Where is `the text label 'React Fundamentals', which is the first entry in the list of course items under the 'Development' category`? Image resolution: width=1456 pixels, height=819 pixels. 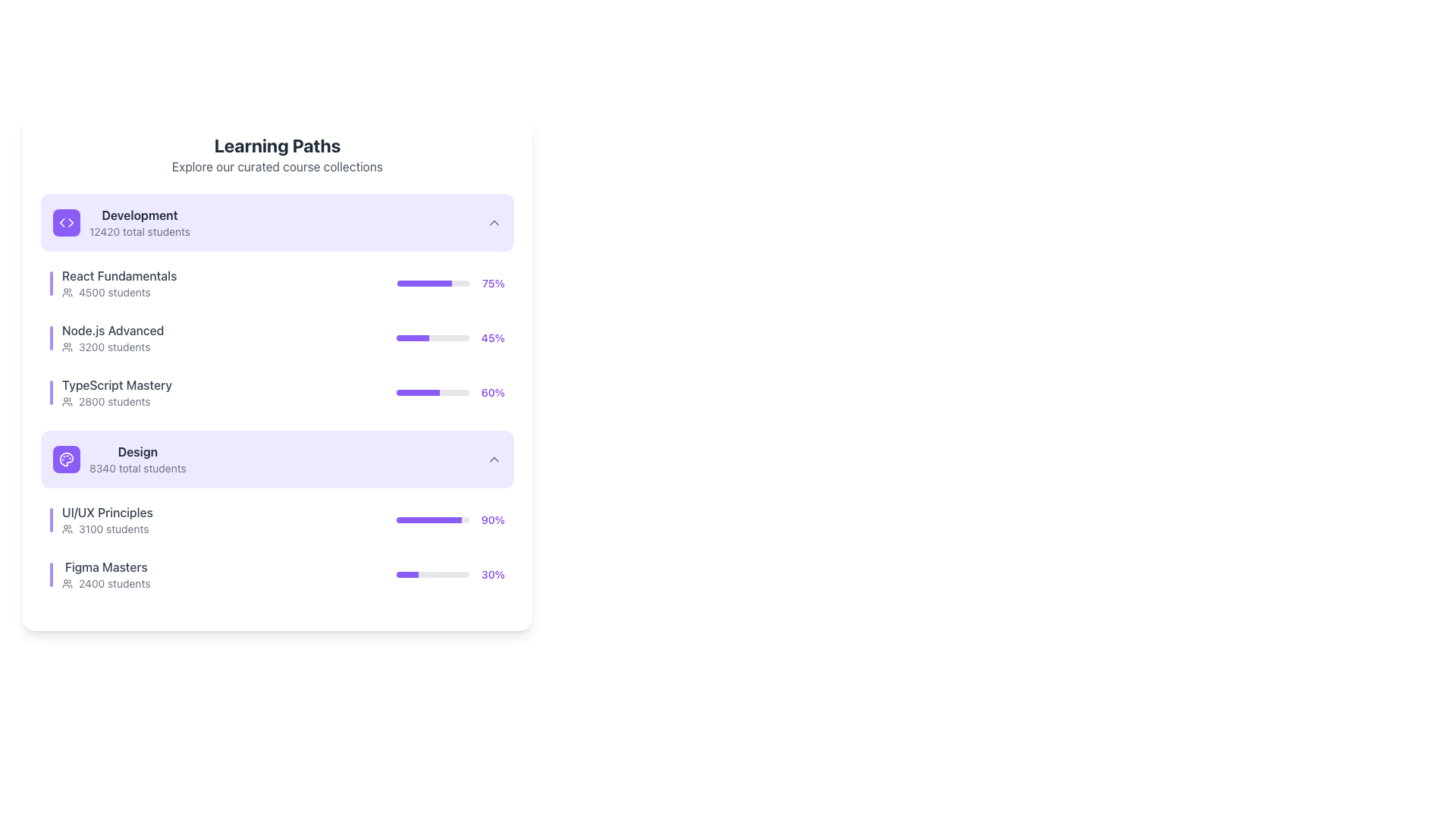 the text label 'React Fundamentals', which is the first entry in the list of course items under the 'Development' category is located at coordinates (118, 284).